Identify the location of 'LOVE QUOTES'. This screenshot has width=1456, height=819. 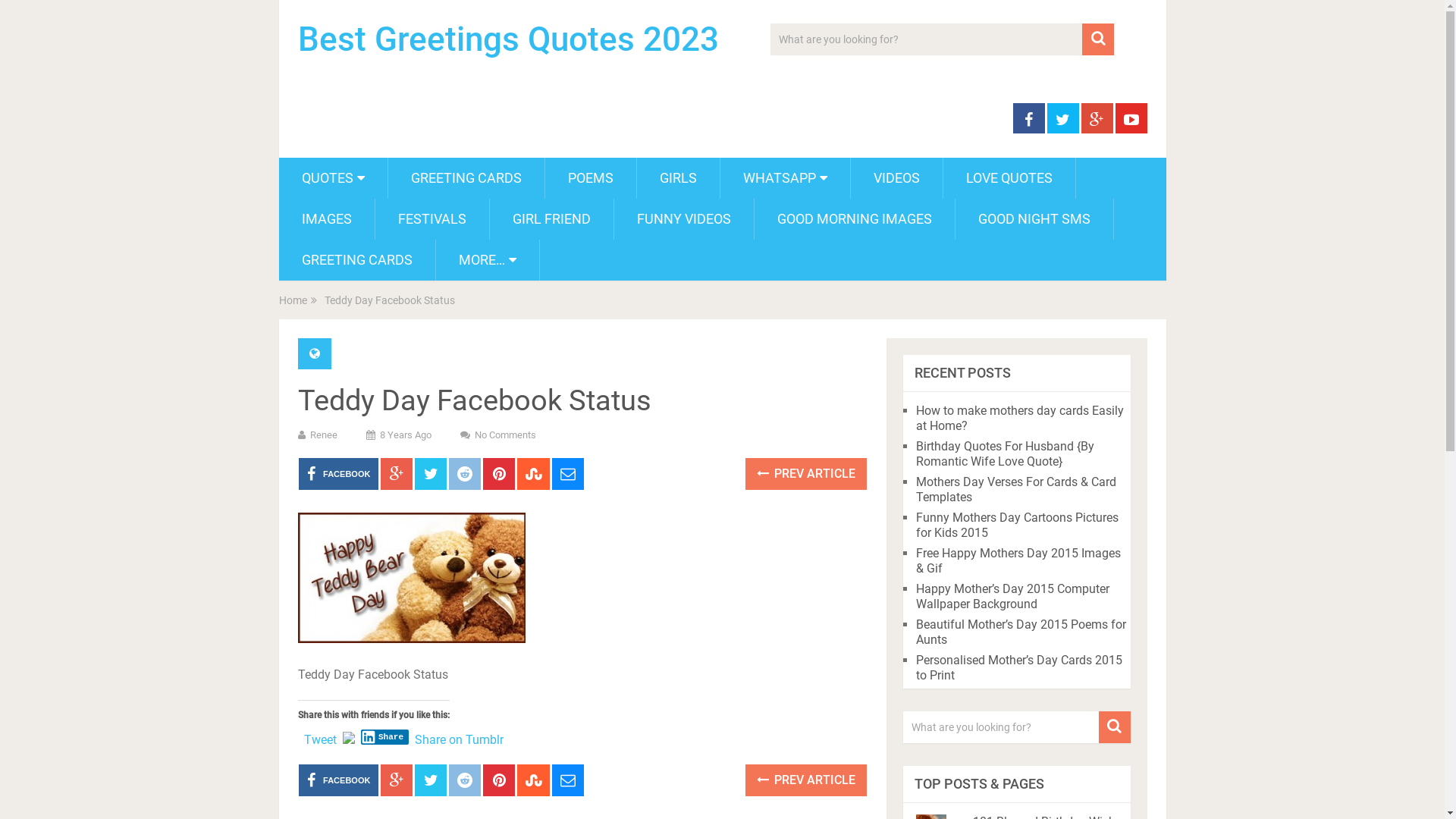
(1009, 177).